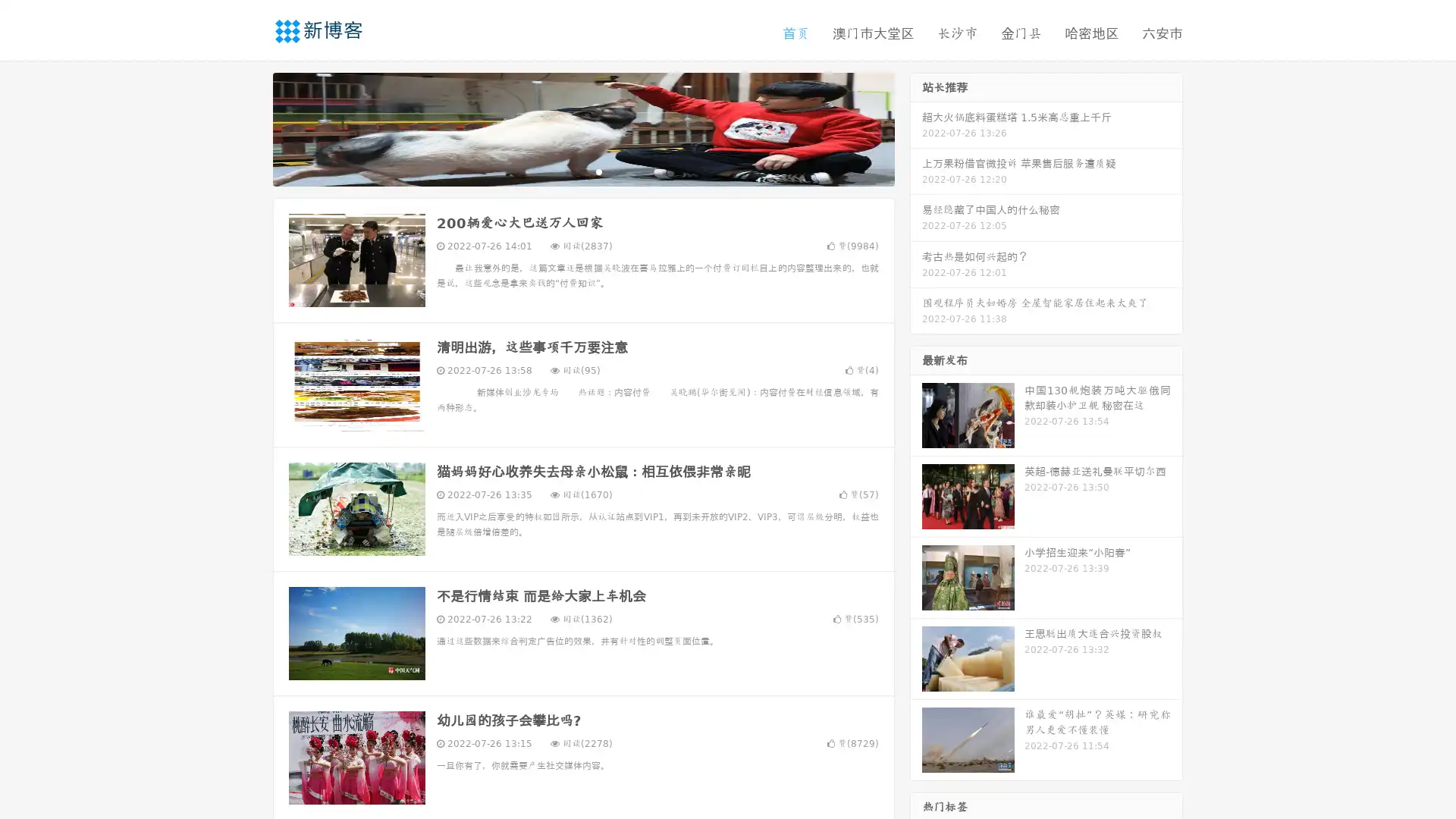 The width and height of the screenshot is (1456, 819). Describe the element at coordinates (250, 127) in the screenshot. I see `Previous slide` at that location.